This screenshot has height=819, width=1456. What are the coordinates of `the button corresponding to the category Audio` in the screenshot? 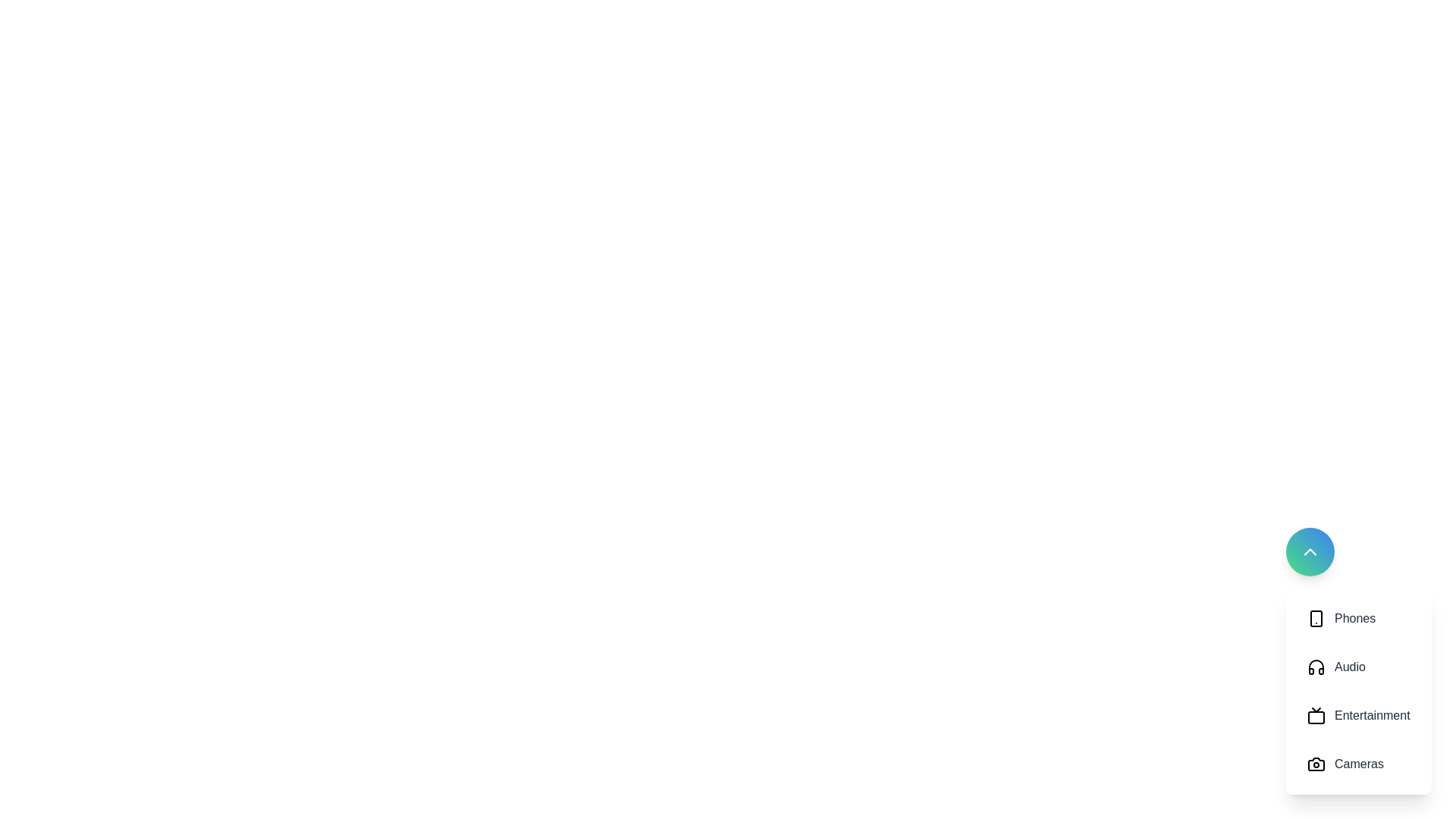 It's located at (1358, 666).